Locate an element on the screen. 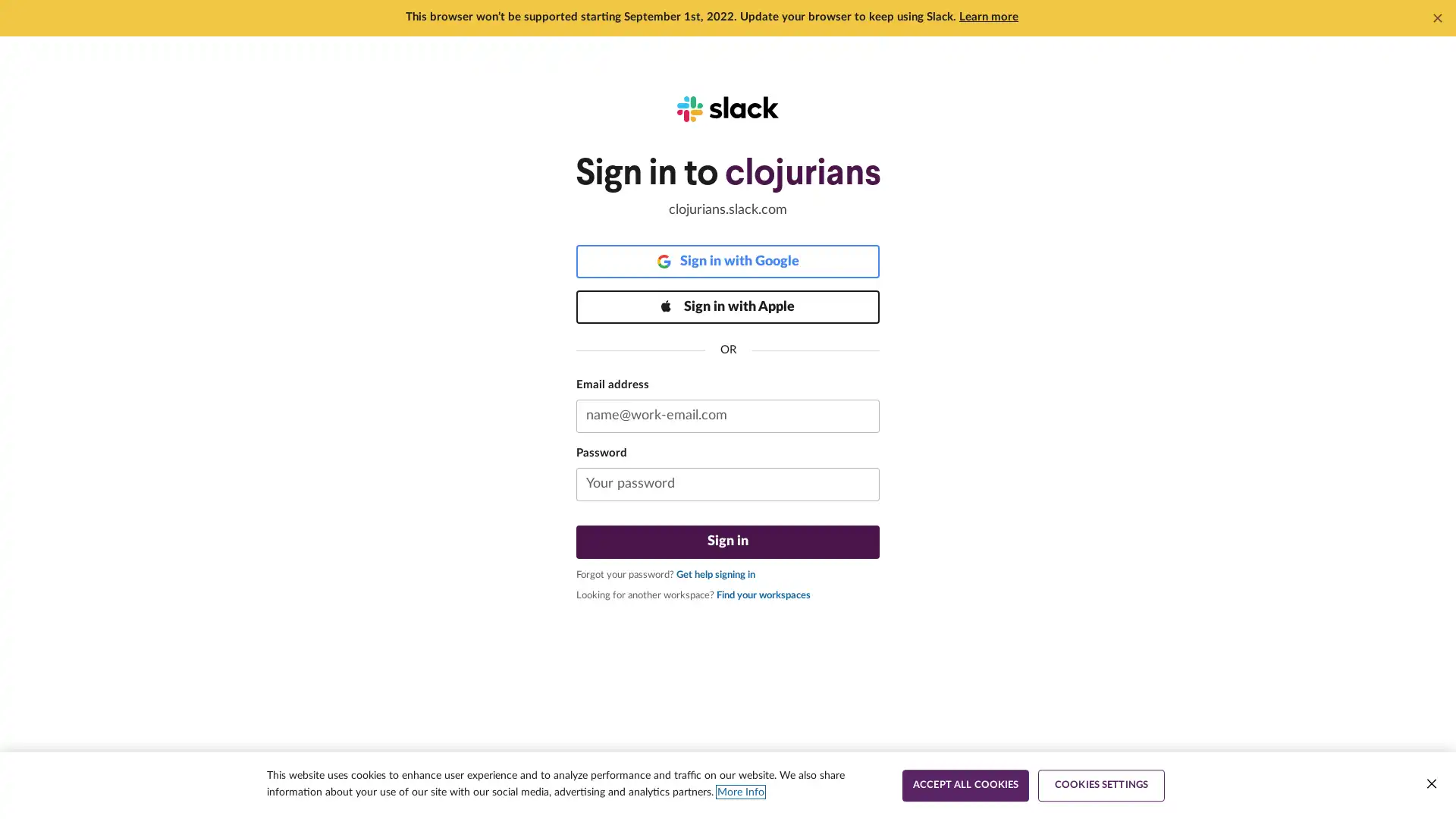  Sign in with Google is located at coordinates (728, 260).